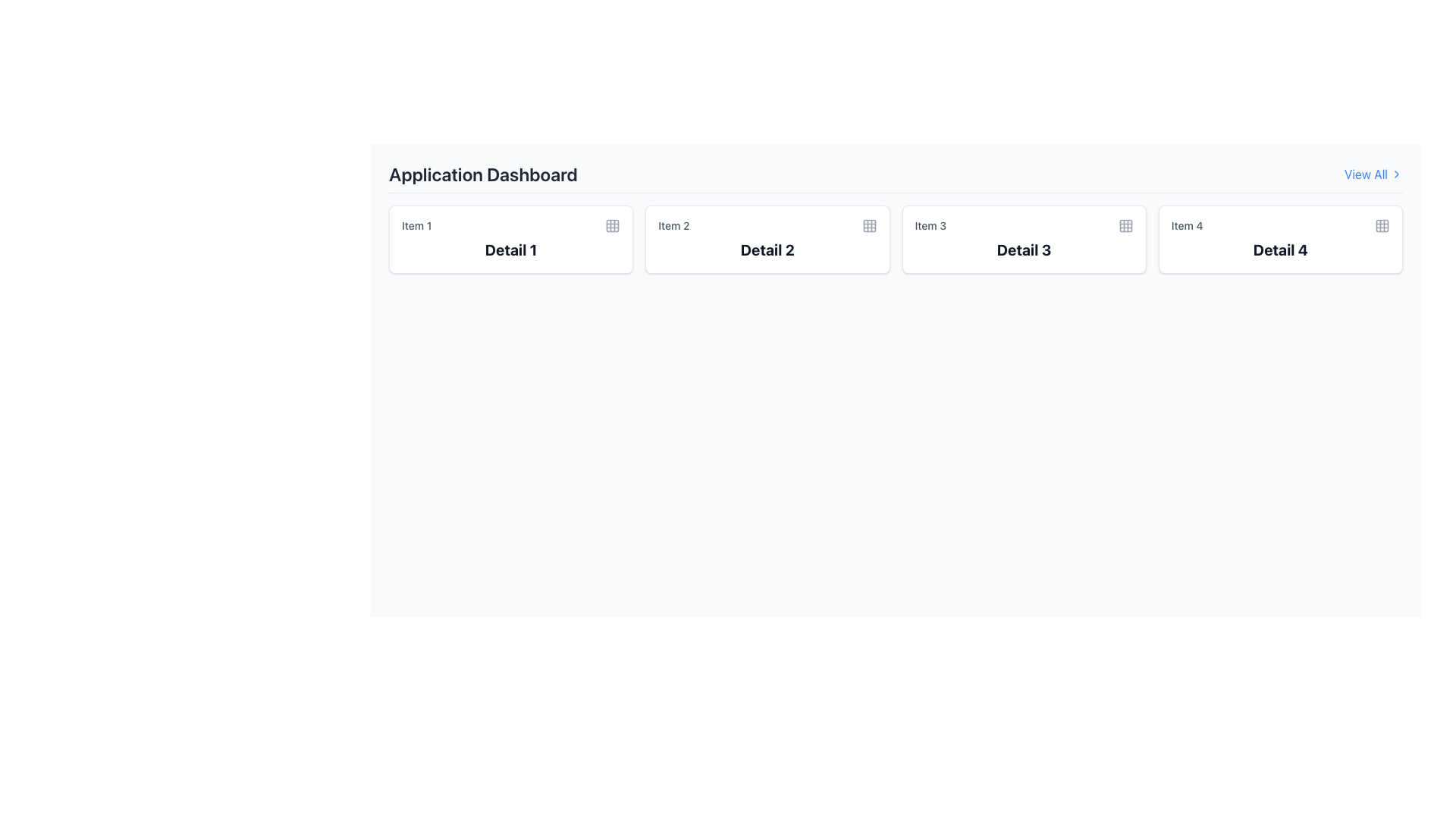 This screenshot has width=1456, height=819. What do you see at coordinates (869, 225) in the screenshot?
I see `the gray 3x3 grid icon located to the right of the text 'Item 2' in the top-right portion of the card layout` at bounding box center [869, 225].